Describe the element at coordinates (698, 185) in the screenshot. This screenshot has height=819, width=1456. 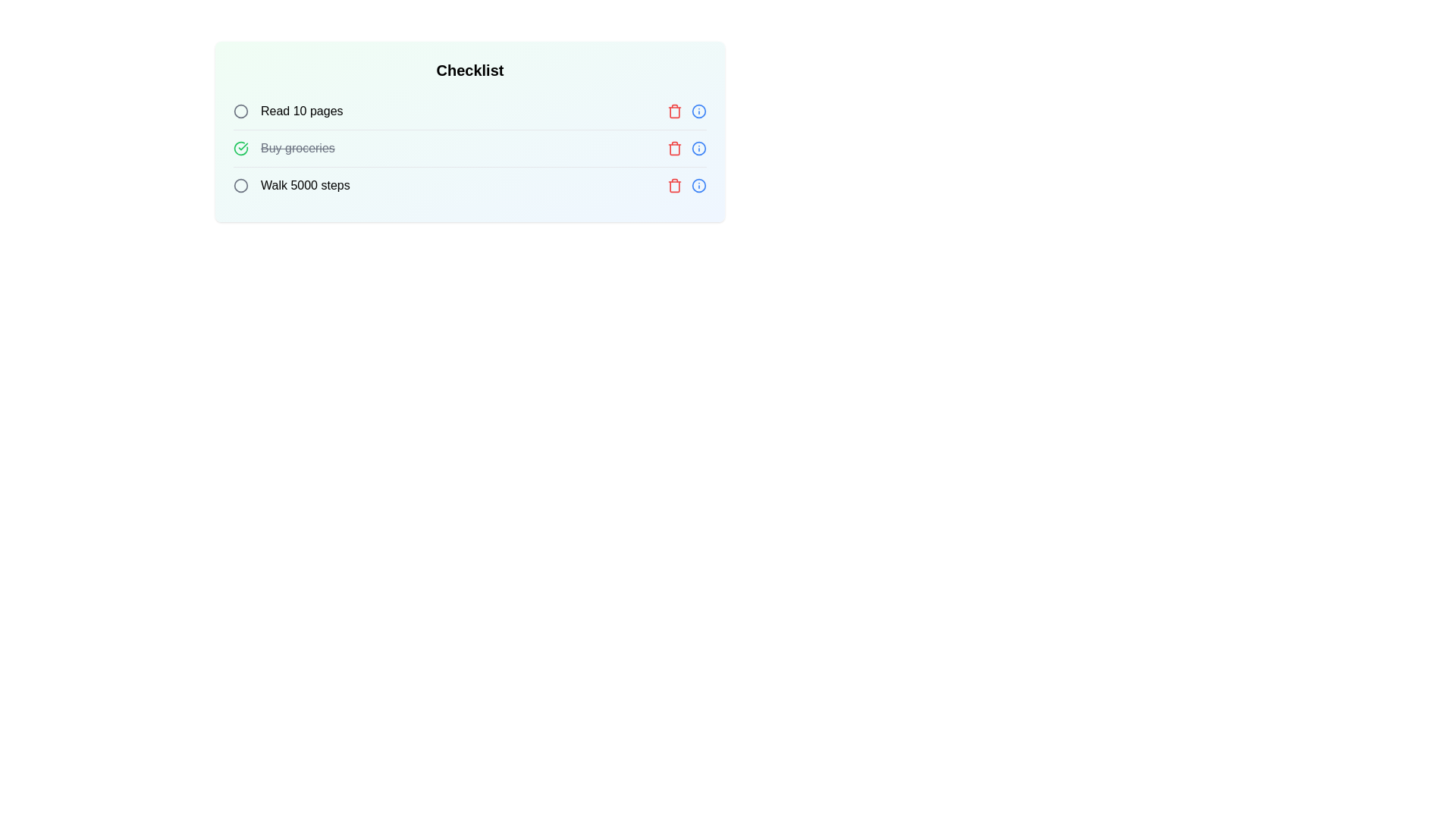
I see `'Item Info' button for the item labeled 'Walk 5000 steps'` at that location.